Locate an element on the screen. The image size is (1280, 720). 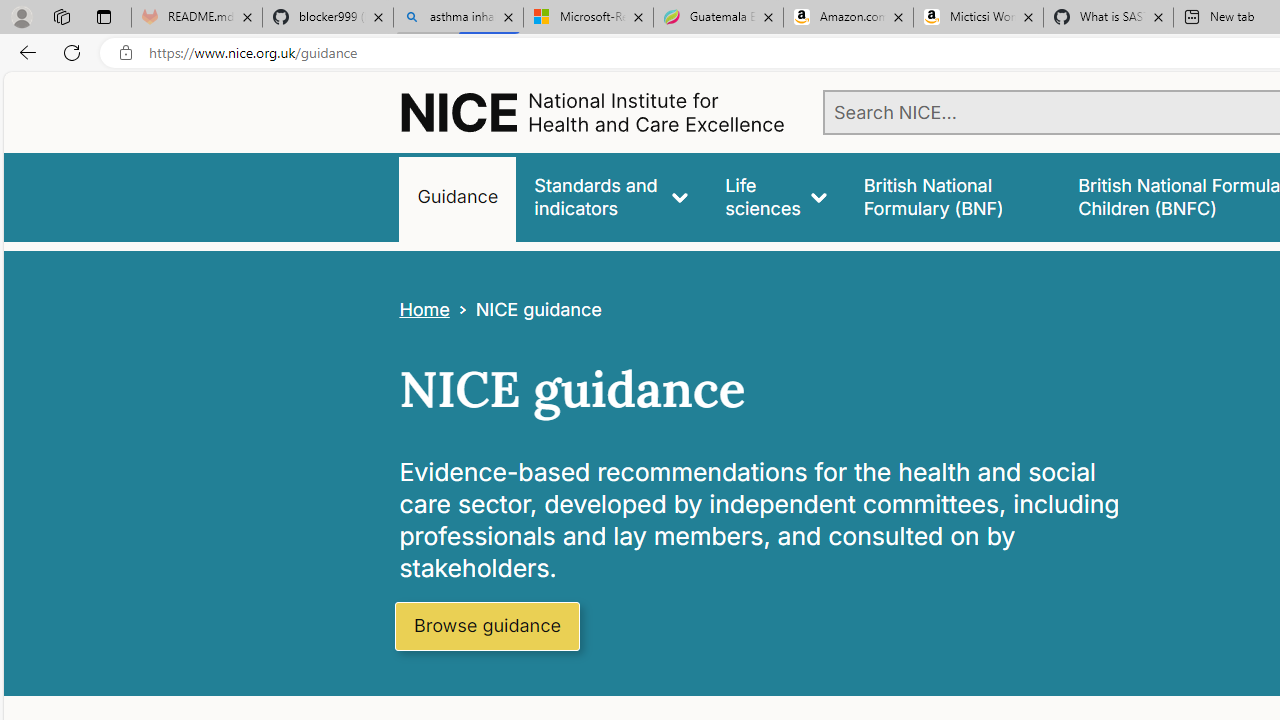
'Life sciences' is located at coordinates (775, 197).